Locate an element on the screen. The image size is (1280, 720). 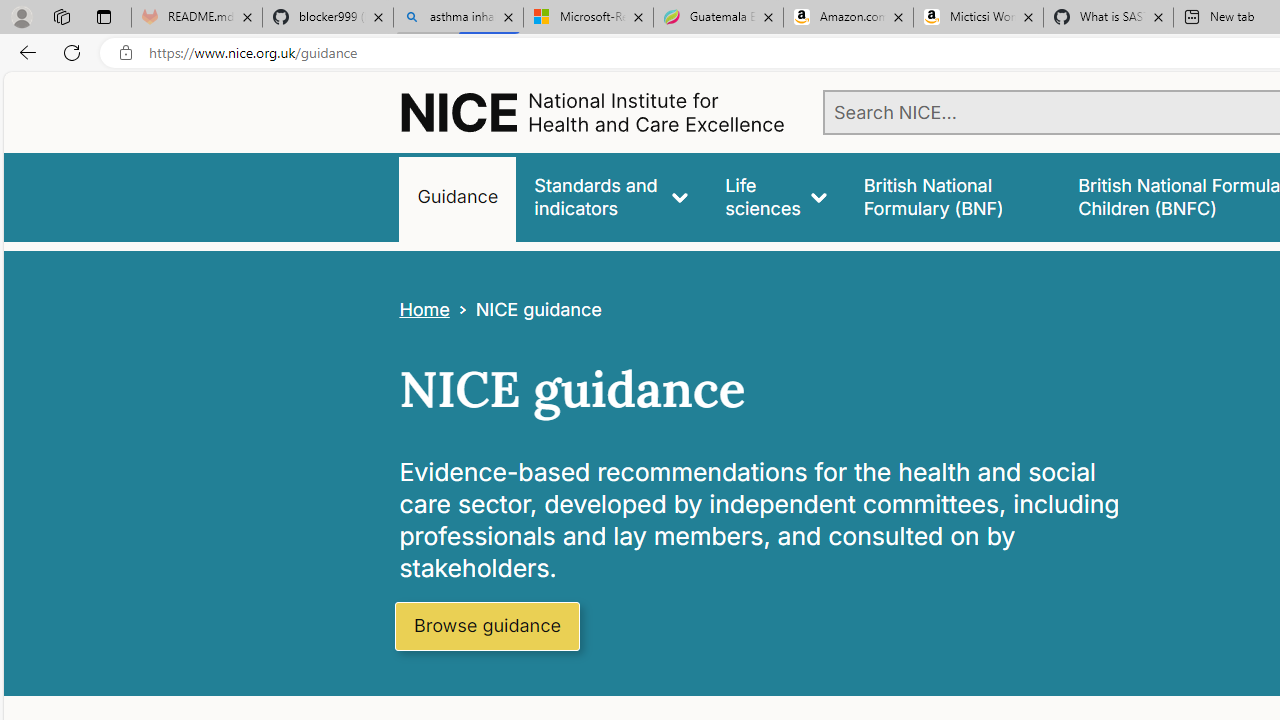
'Life sciences' is located at coordinates (775, 197).